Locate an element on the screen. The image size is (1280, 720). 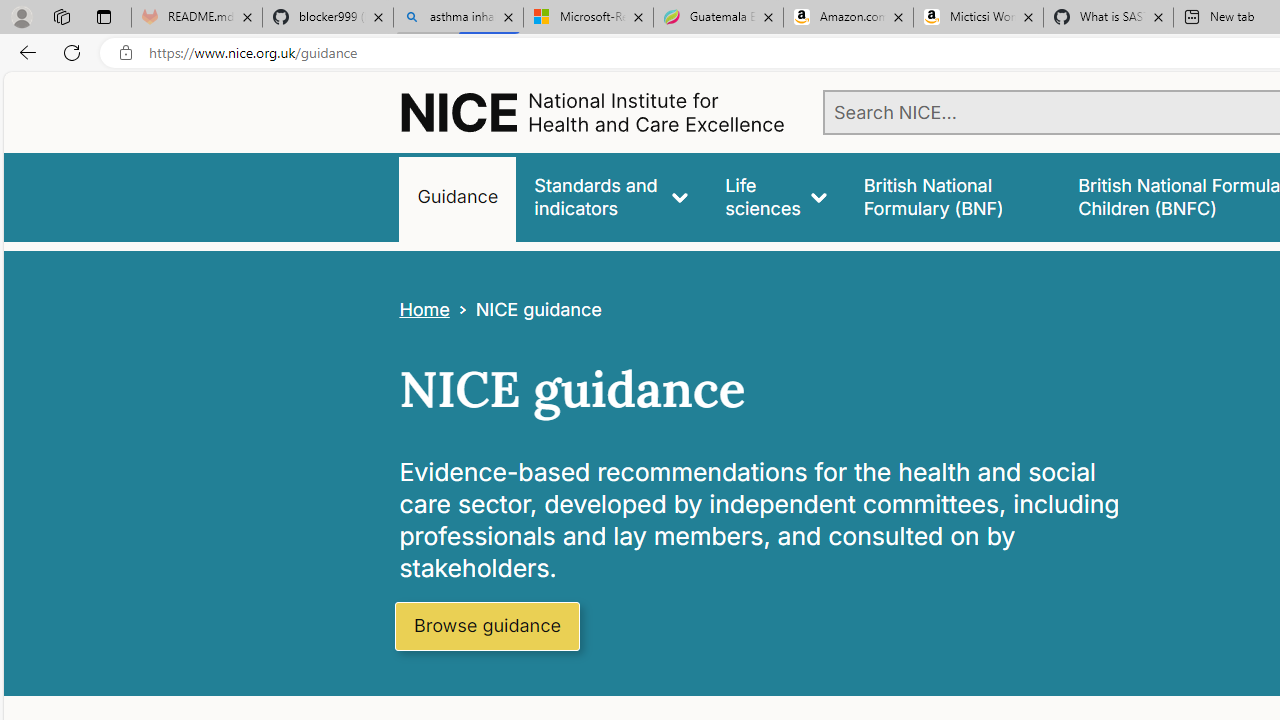
'Life sciences' is located at coordinates (775, 197).